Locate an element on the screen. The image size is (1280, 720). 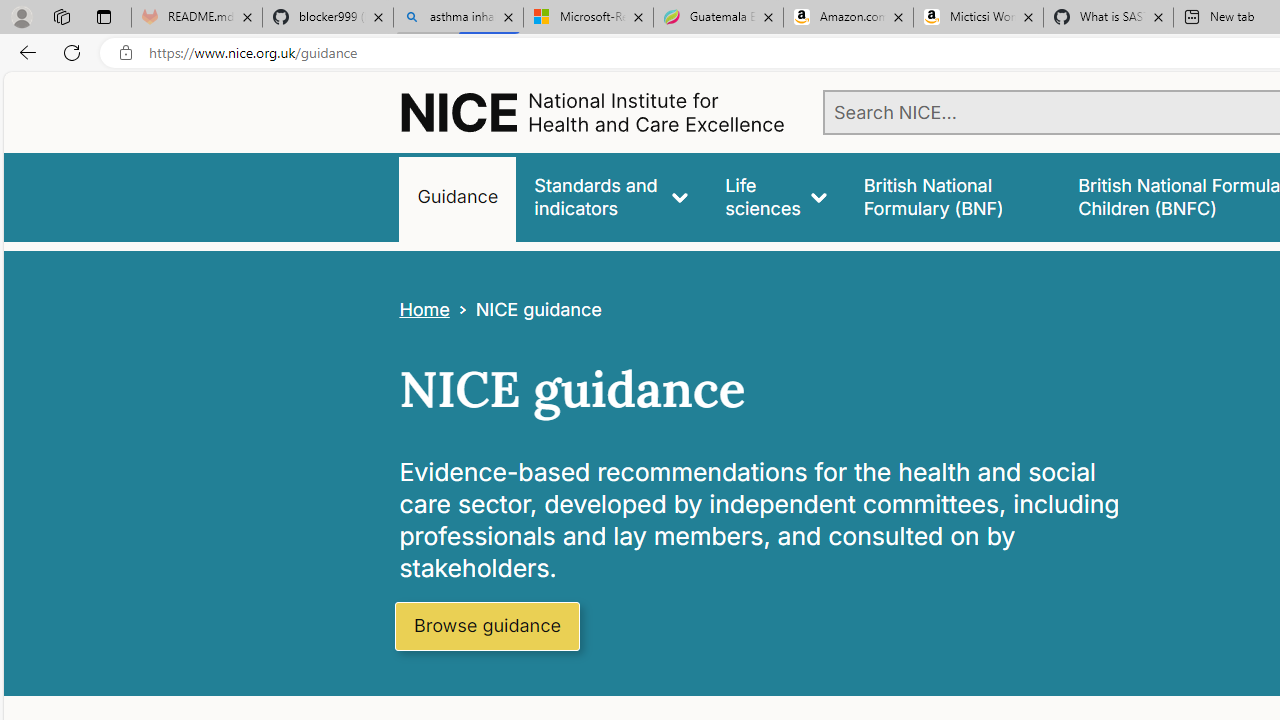
'Life sciences' is located at coordinates (775, 197).